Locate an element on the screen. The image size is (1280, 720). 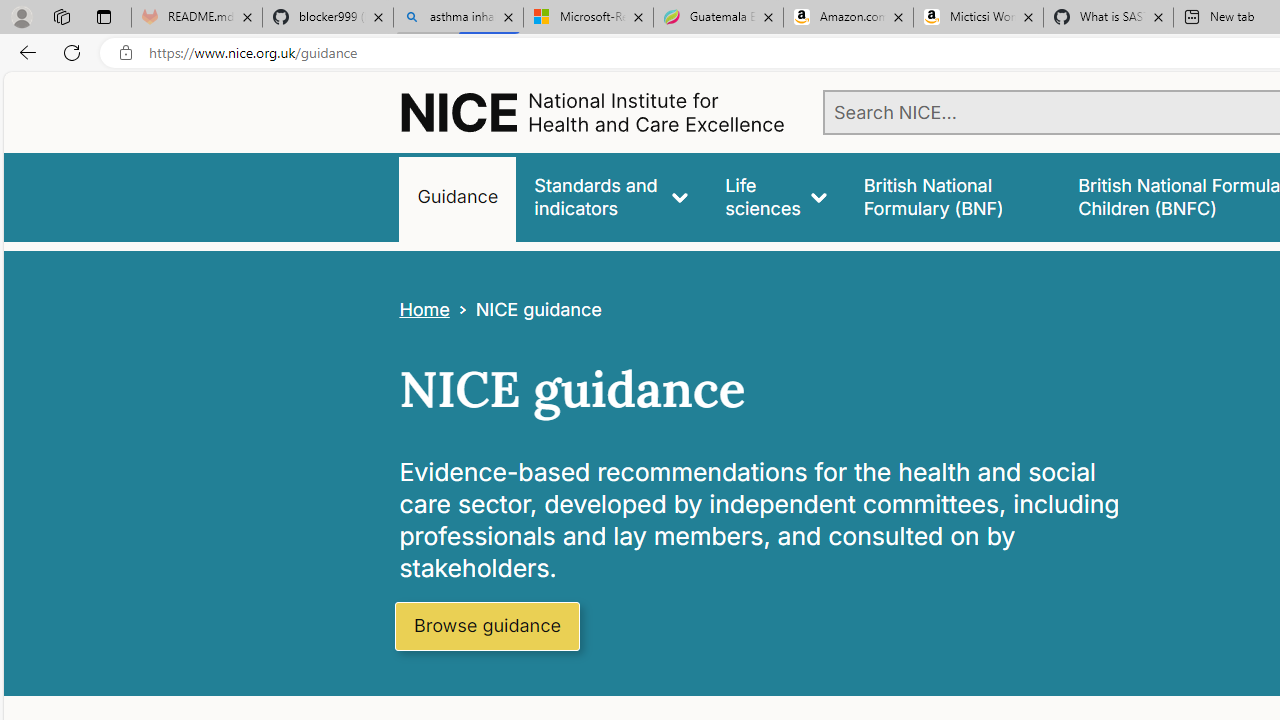
'Life sciences' is located at coordinates (775, 197).